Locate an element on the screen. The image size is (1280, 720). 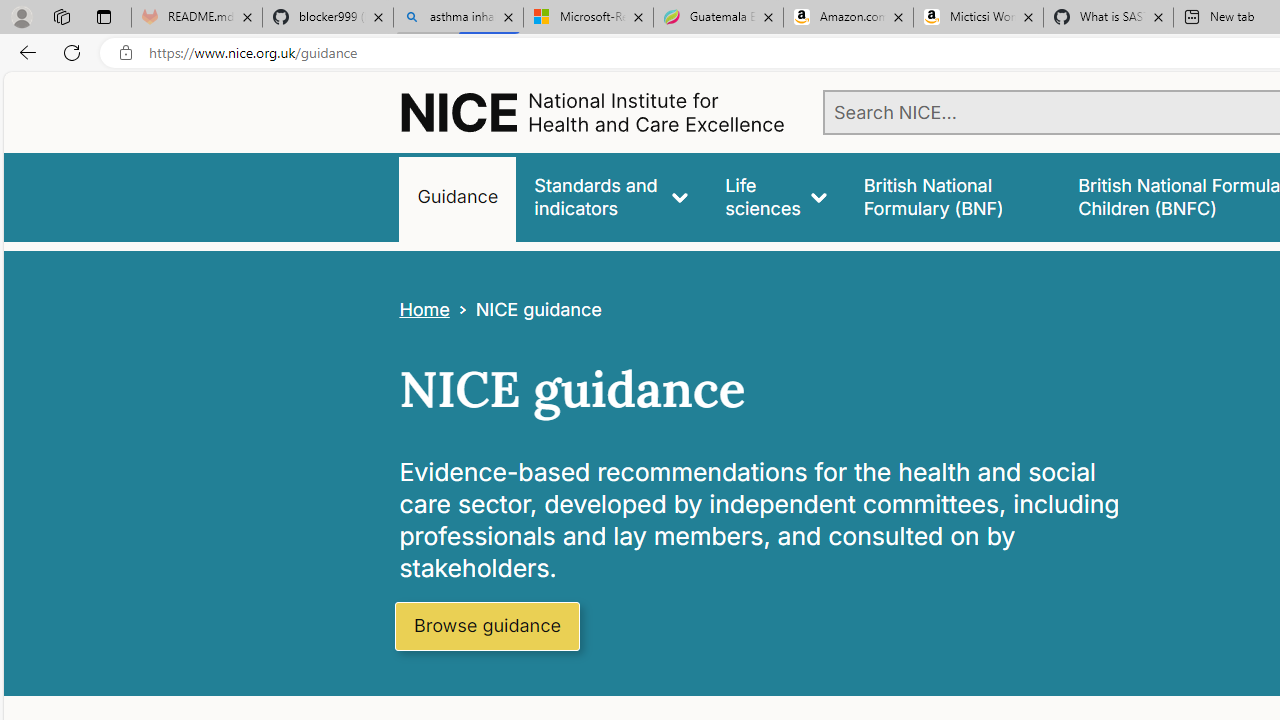
'Life sciences' is located at coordinates (775, 197).